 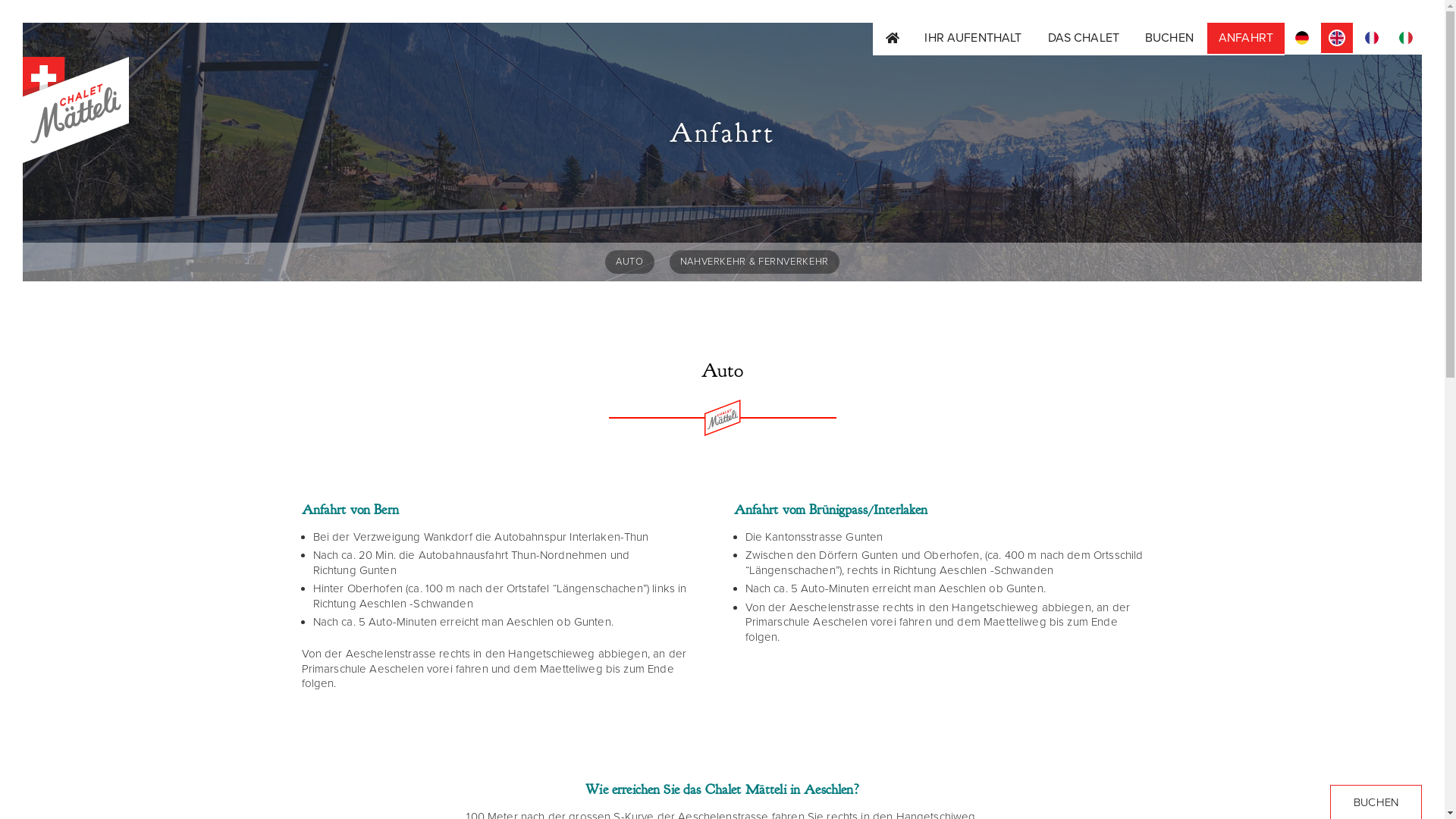 What do you see at coordinates (892, 38) in the screenshot?
I see `'HOME'` at bounding box center [892, 38].